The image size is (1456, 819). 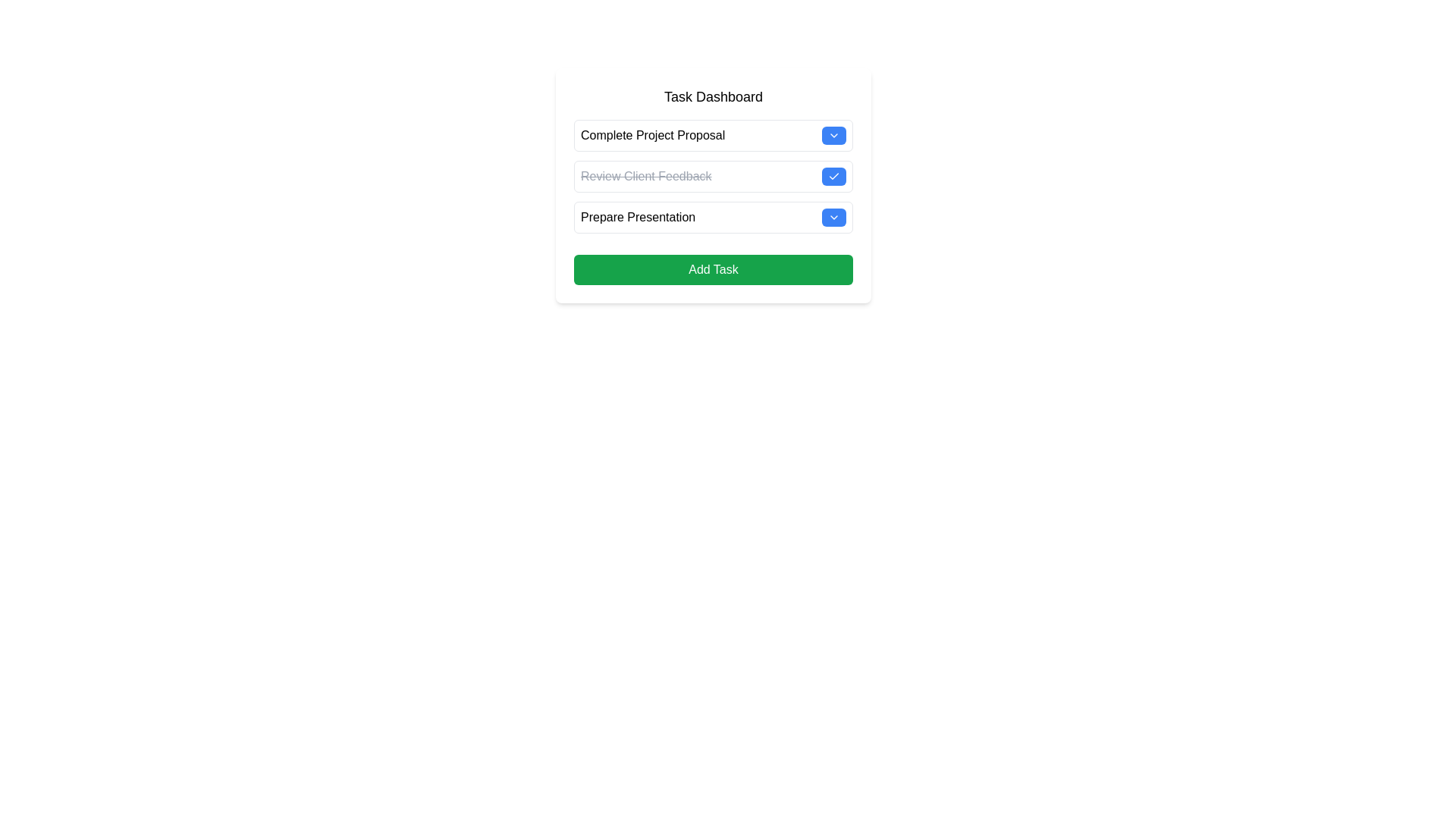 I want to click on the chevron-down icon located within the blue button at the rightmost end of the row for the 'Prepare Presentation' task, so click(x=833, y=217).